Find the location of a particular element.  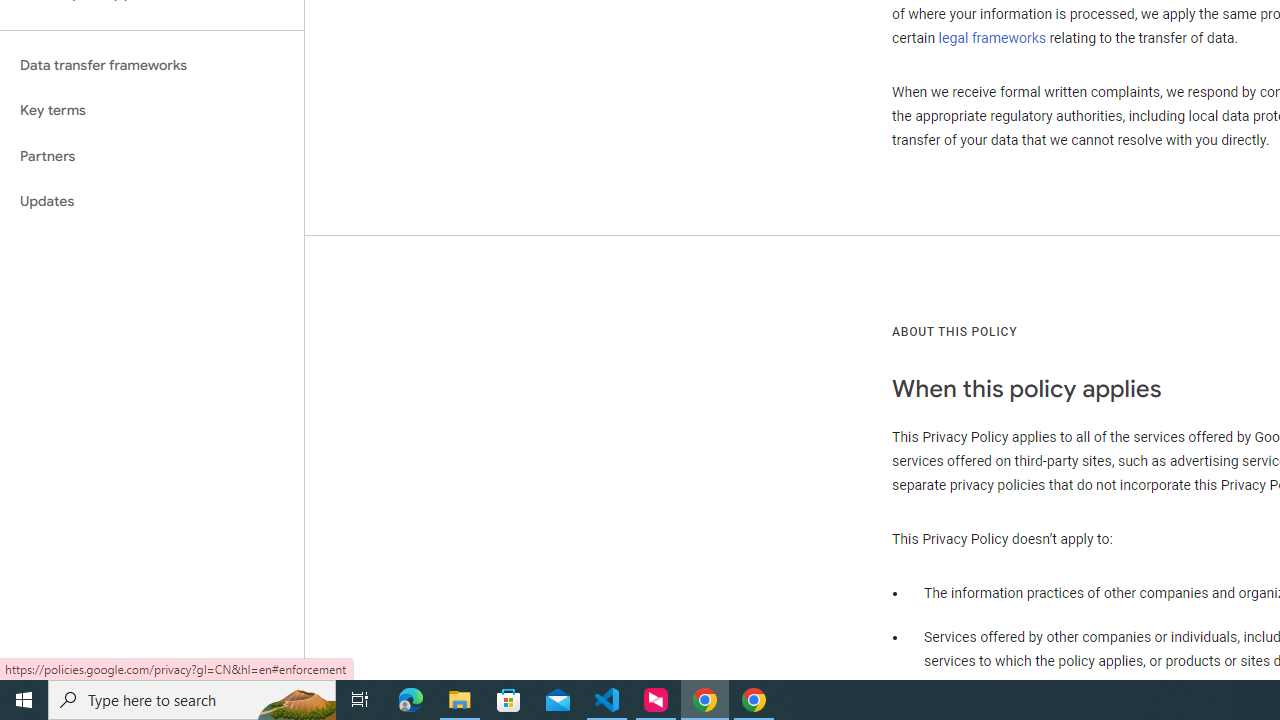

'Updates' is located at coordinates (151, 201).